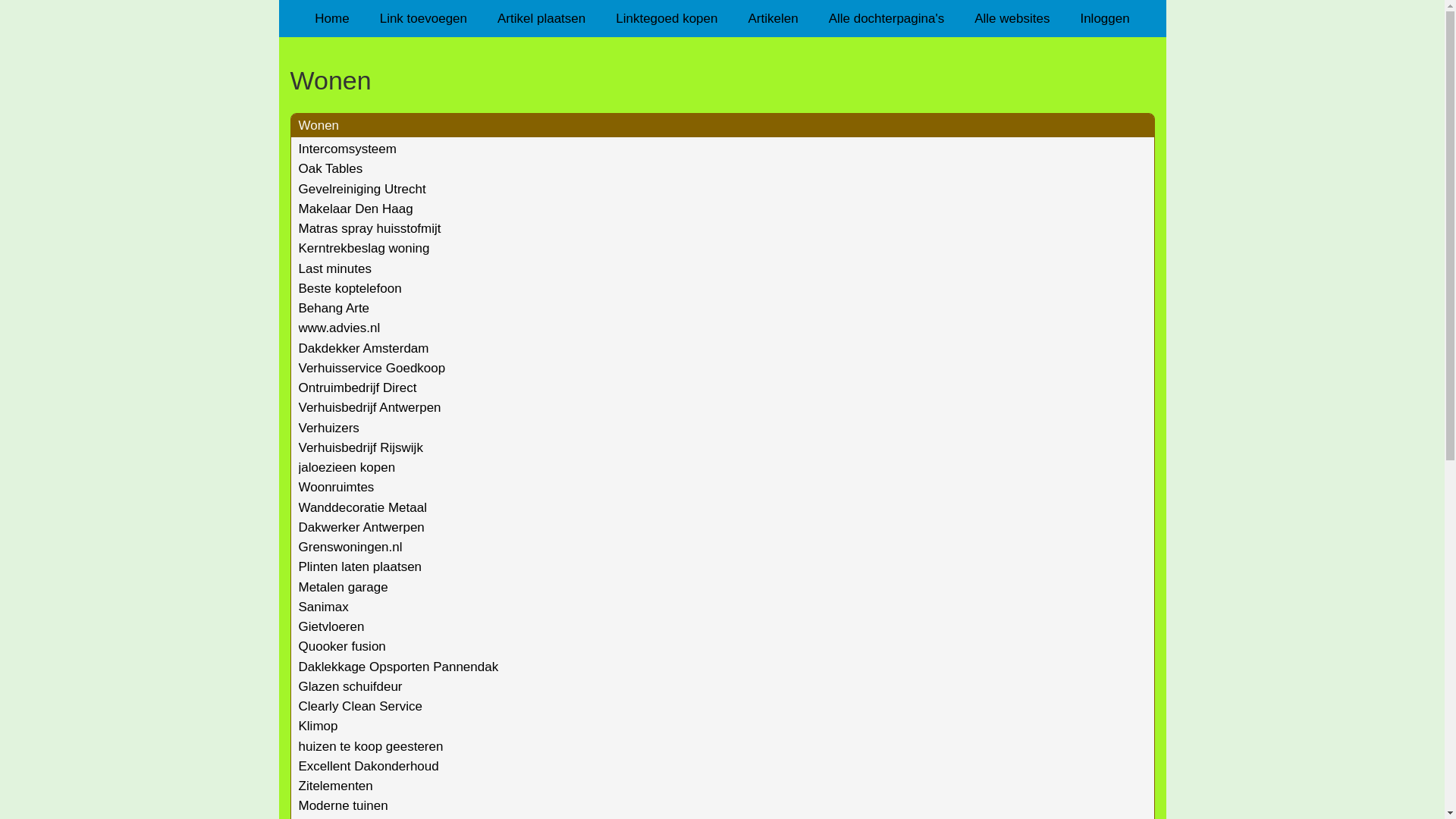  What do you see at coordinates (359, 447) in the screenshot?
I see `'Verhuisbedrijf Rijswijk'` at bounding box center [359, 447].